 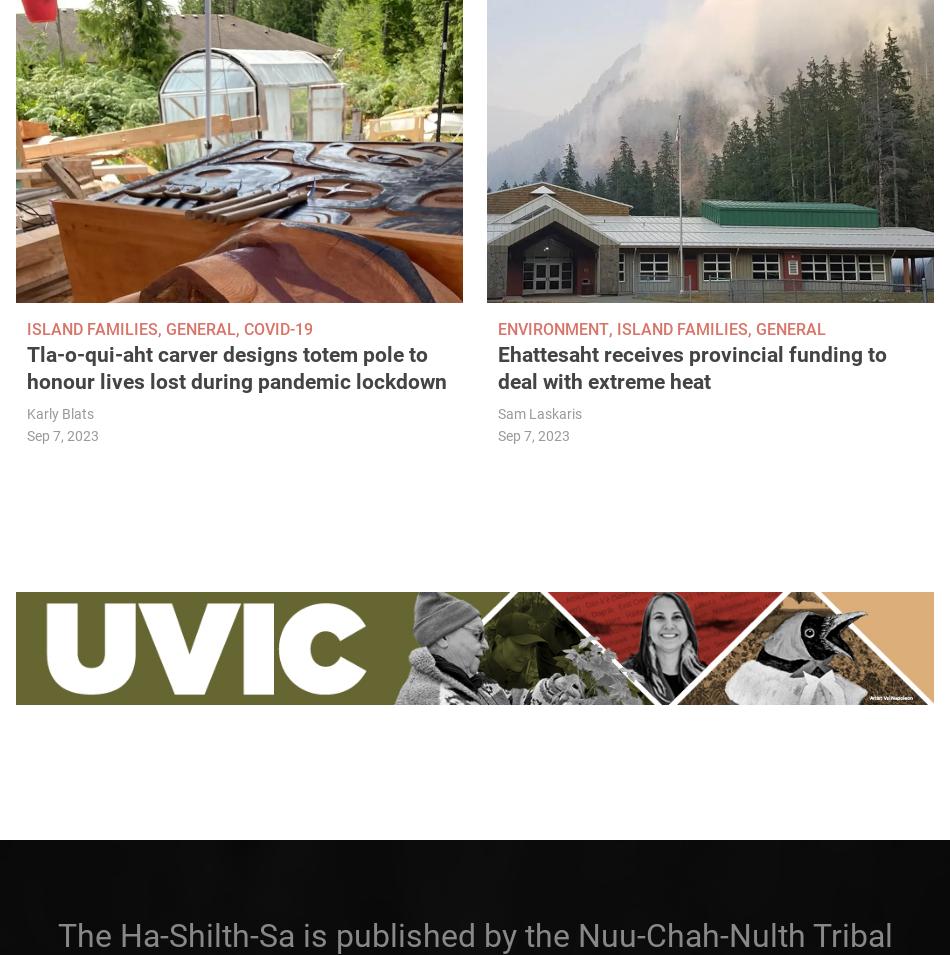 What do you see at coordinates (553, 328) in the screenshot?
I see `'Environment'` at bounding box center [553, 328].